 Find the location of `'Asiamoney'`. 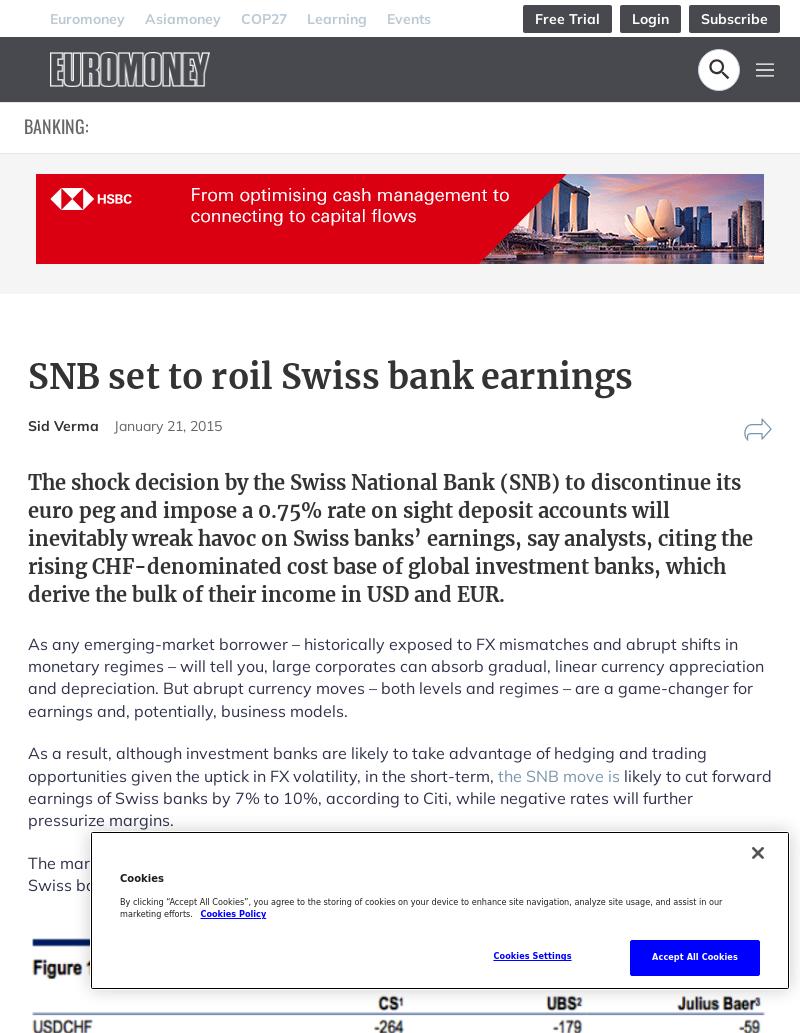

'Asiamoney' is located at coordinates (182, 17).